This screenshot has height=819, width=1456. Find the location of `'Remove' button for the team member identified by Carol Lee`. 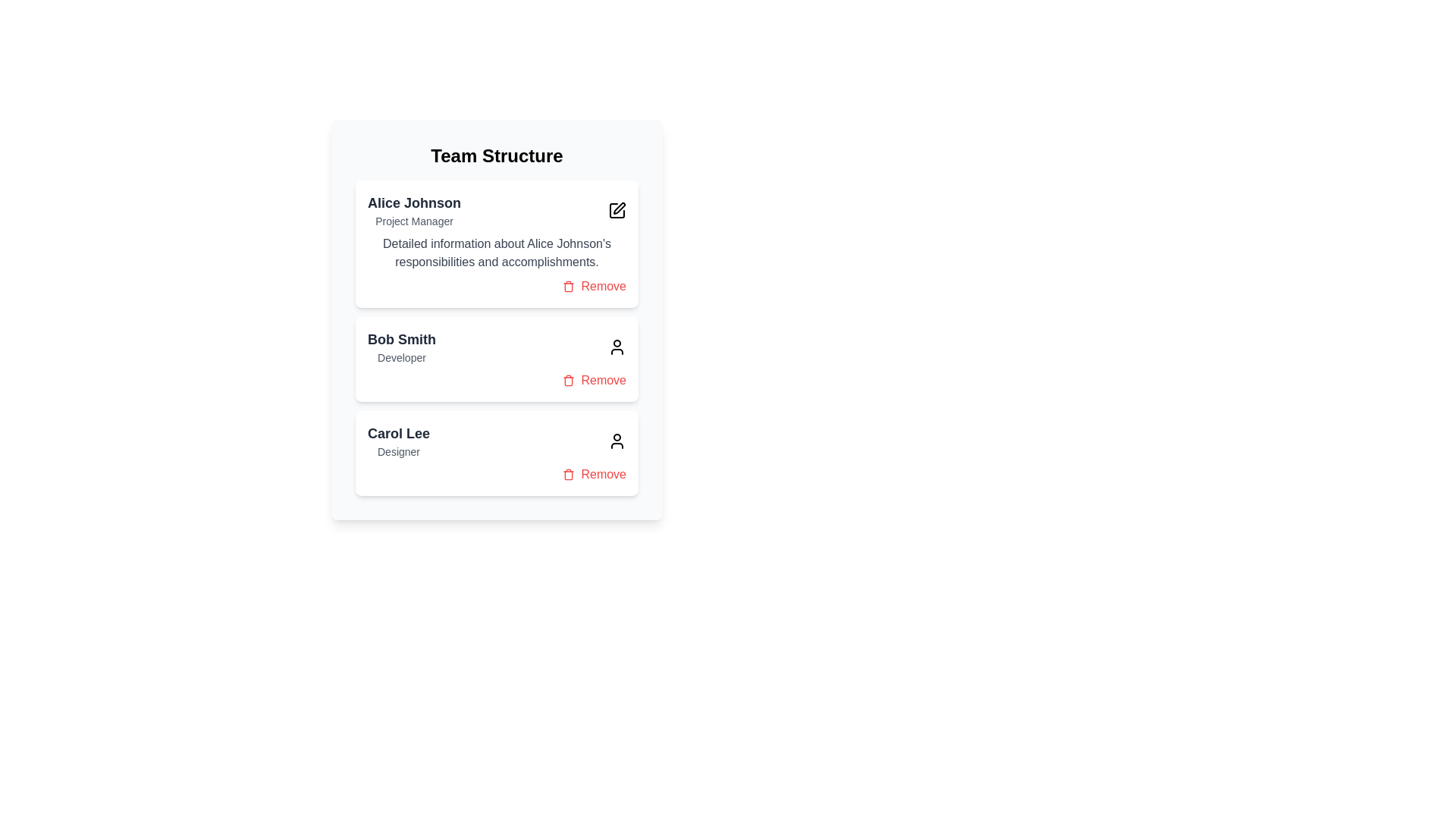

'Remove' button for the team member identified by Carol Lee is located at coordinates (593, 473).